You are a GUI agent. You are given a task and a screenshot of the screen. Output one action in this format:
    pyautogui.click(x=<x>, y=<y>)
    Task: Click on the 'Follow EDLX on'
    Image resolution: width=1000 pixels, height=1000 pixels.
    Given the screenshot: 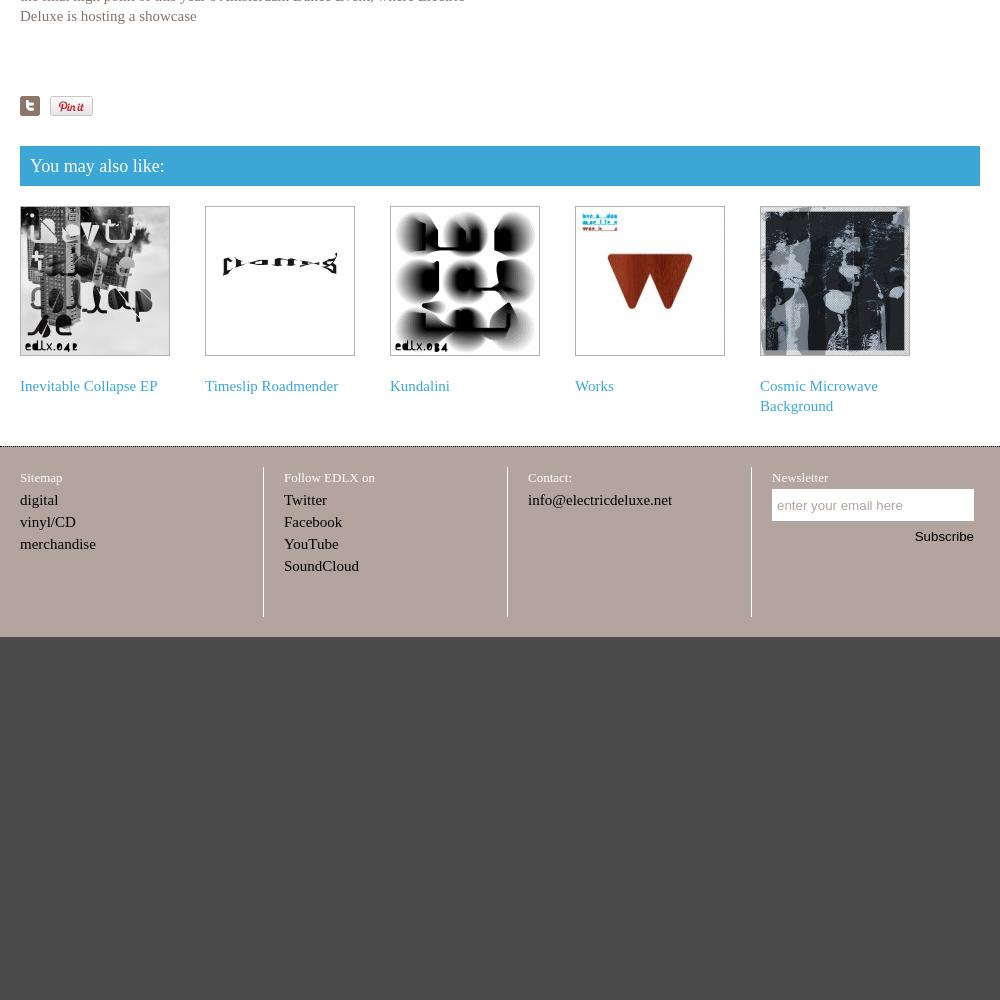 What is the action you would take?
    pyautogui.click(x=328, y=476)
    